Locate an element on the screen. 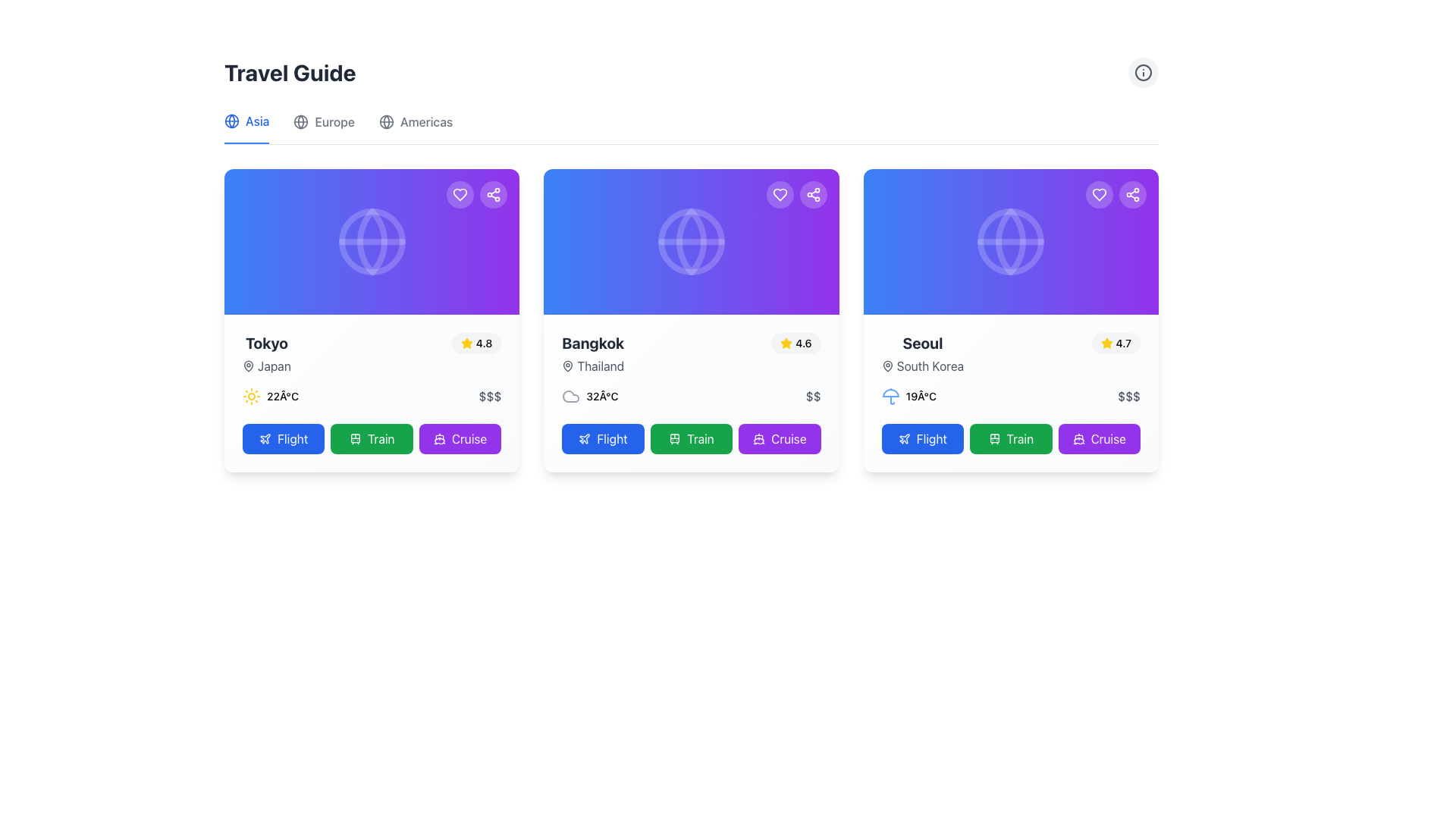  the SVG icon that represents the 'Train' button, which is located at the start of the green button labeled 'Train' in the bottom button row of the first card ('Tokyo') is located at coordinates (354, 438).